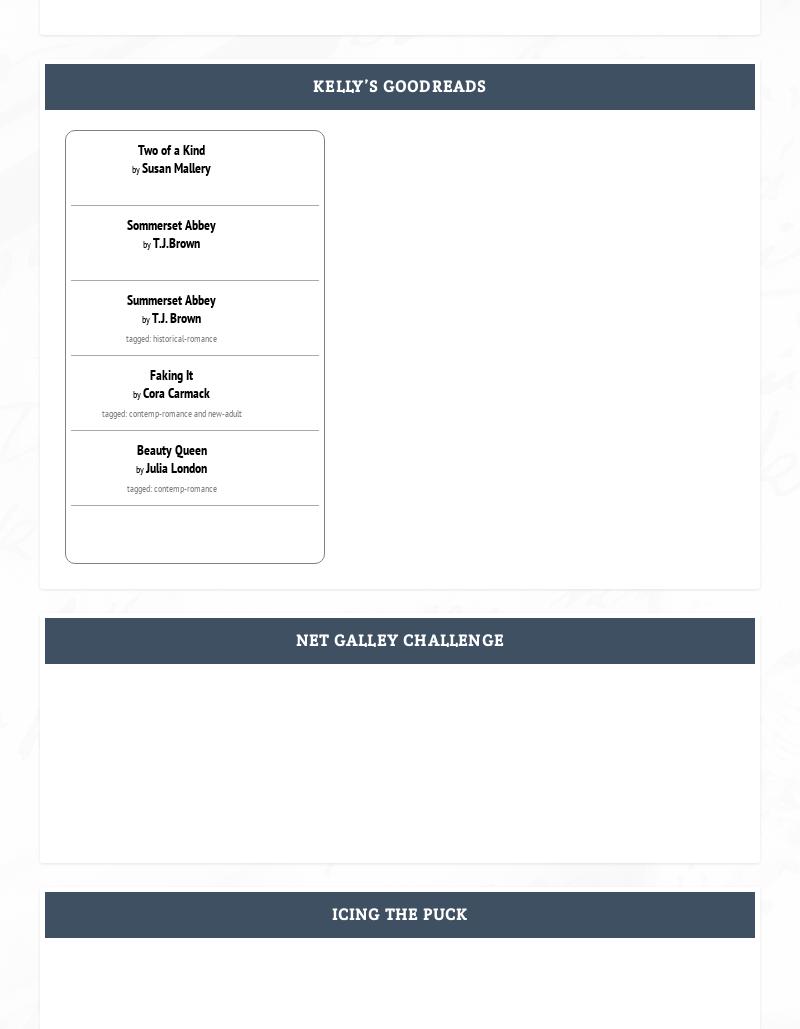 This screenshot has width=800, height=1029. Describe the element at coordinates (169, 487) in the screenshot. I see `'tagged:
            contemp-romance'` at that location.